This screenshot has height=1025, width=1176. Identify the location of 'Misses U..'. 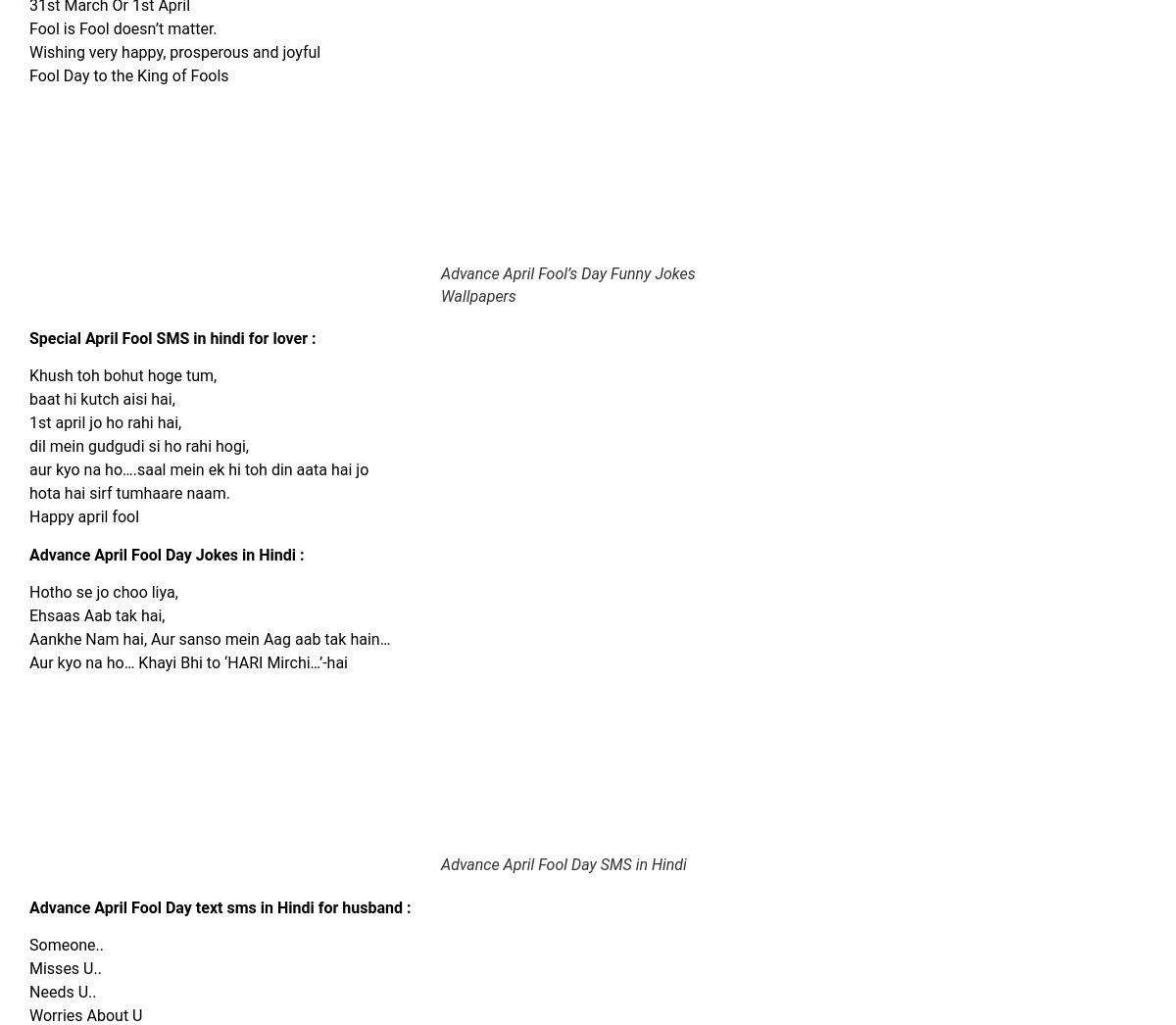
(65, 967).